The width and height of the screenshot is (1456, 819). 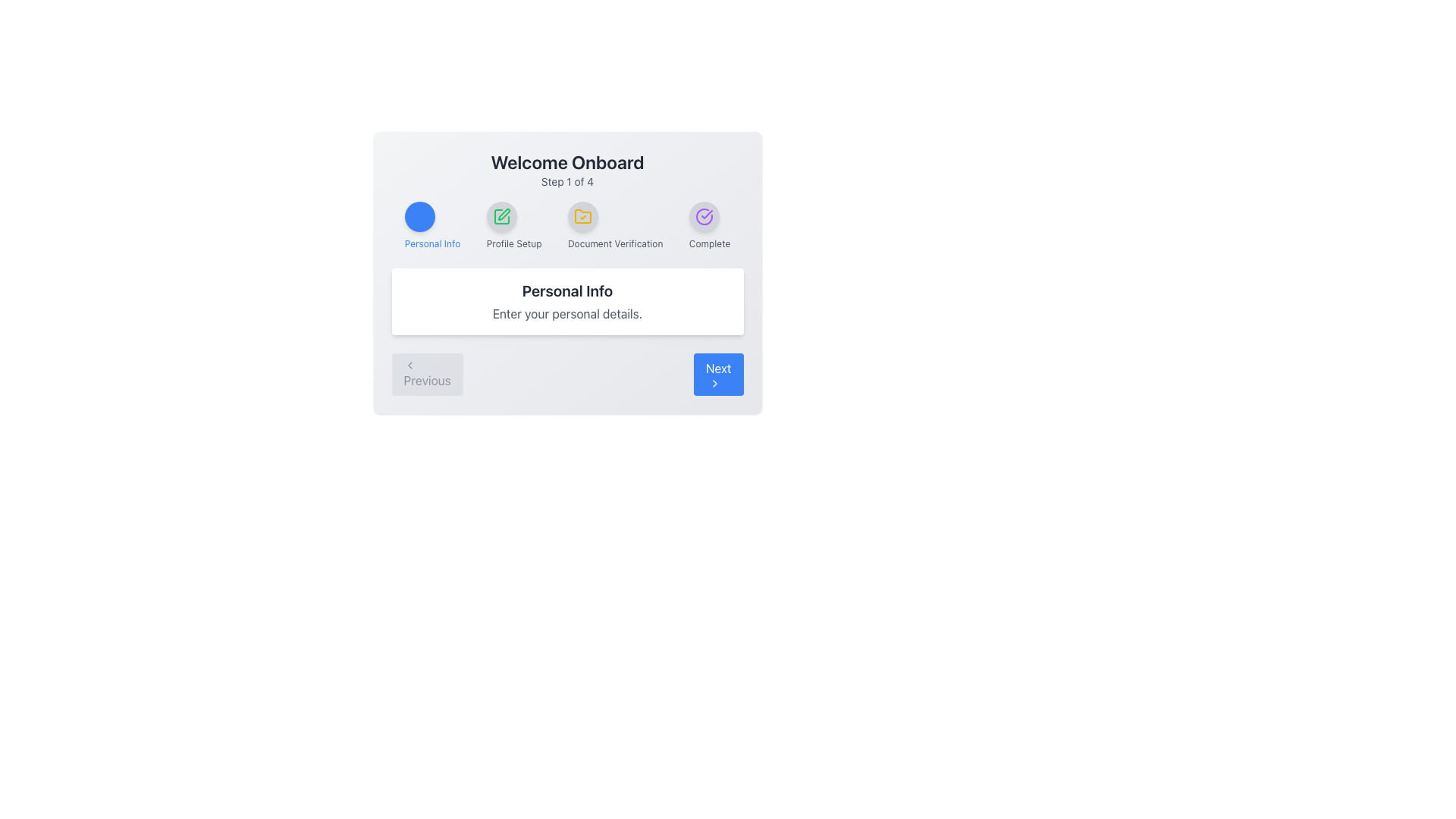 What do you see at coordinates (566, 169) in the screenshot?
I see `the Header text element, which serves as an introductory title and step indicator for the onboarding process, located at the top-center of the card` at bounding box center [566, 169].